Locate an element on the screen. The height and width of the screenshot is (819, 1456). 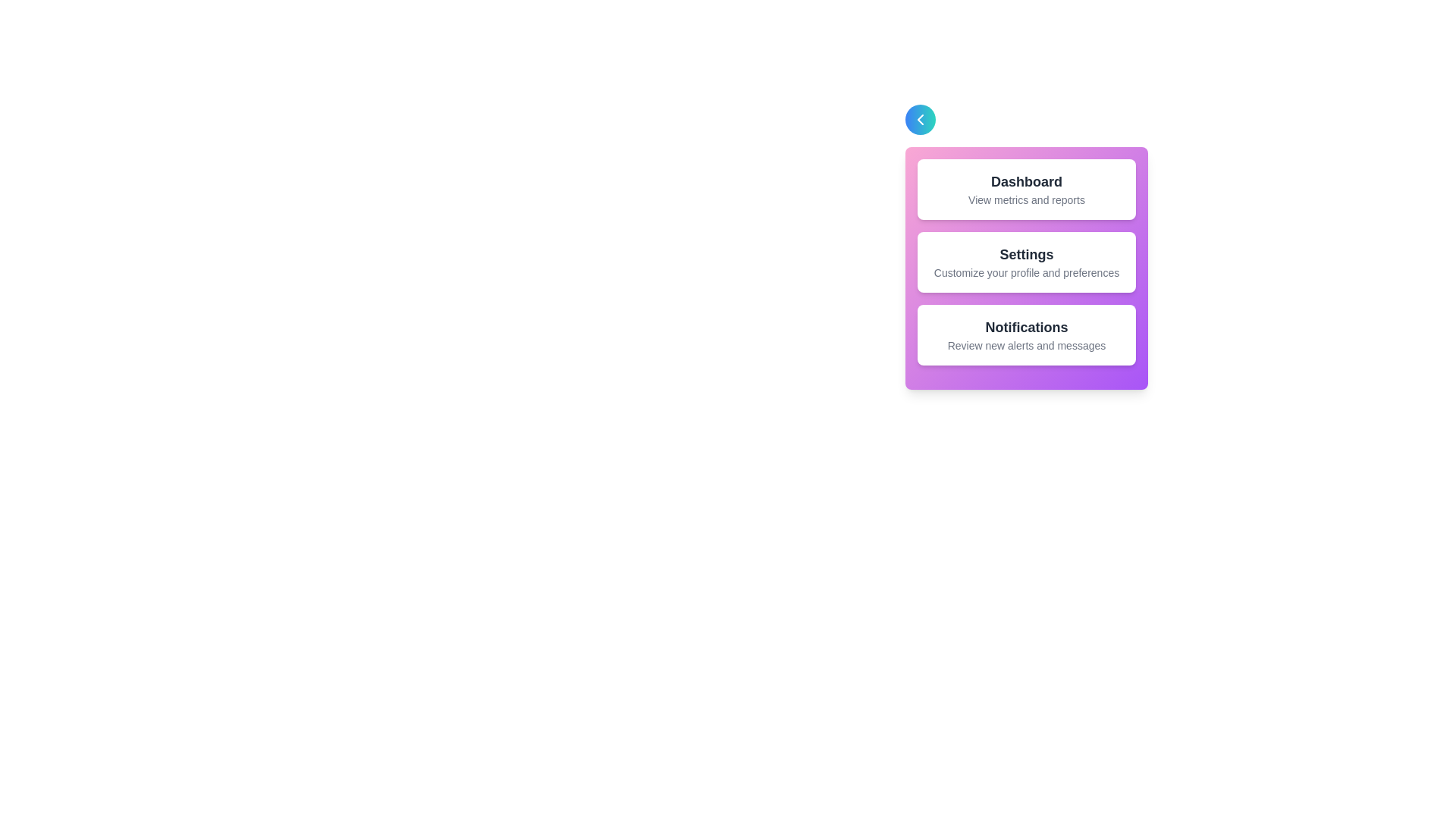
the section titled 'Settings' to observe its visual effect is located at coordinates (1026, 262).